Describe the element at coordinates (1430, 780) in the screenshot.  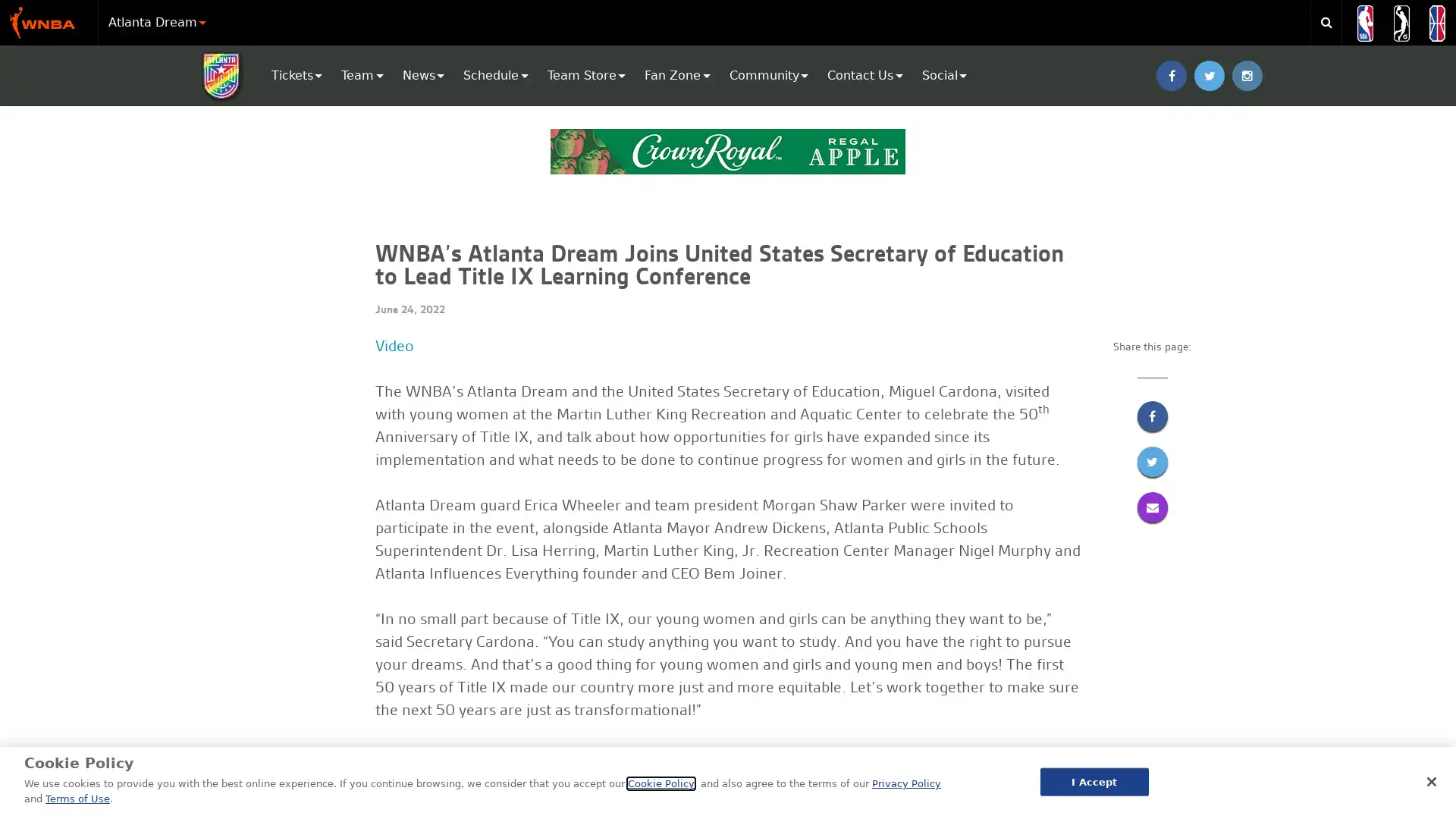
I see `Close` at that location.